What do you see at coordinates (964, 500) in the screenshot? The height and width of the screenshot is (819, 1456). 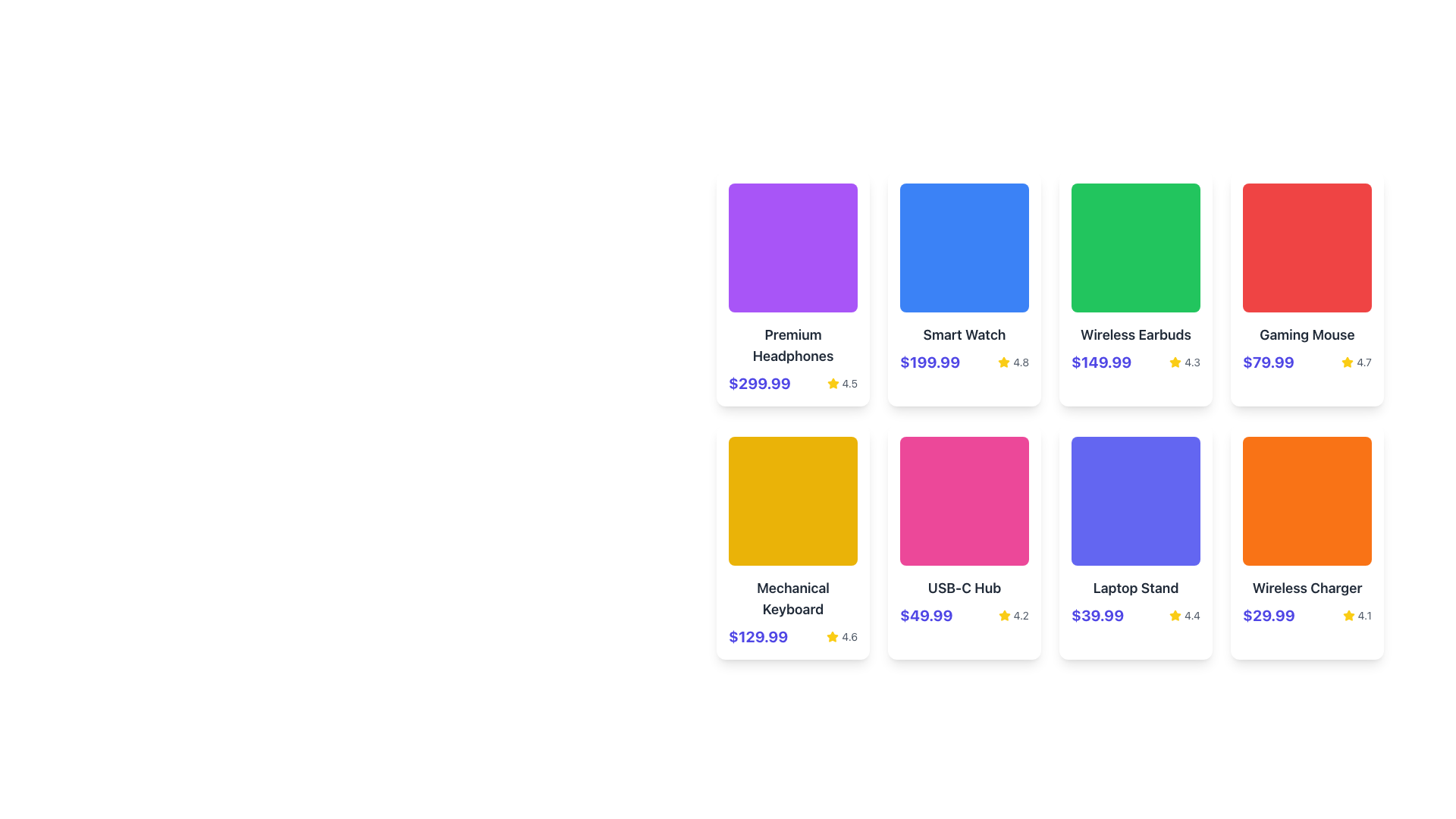 I see `the decorative placeholder element associated with the 'USB-C Hub', which is located in the second-to-last card of the second row in the grid layout` at bounding box center [964, 500].